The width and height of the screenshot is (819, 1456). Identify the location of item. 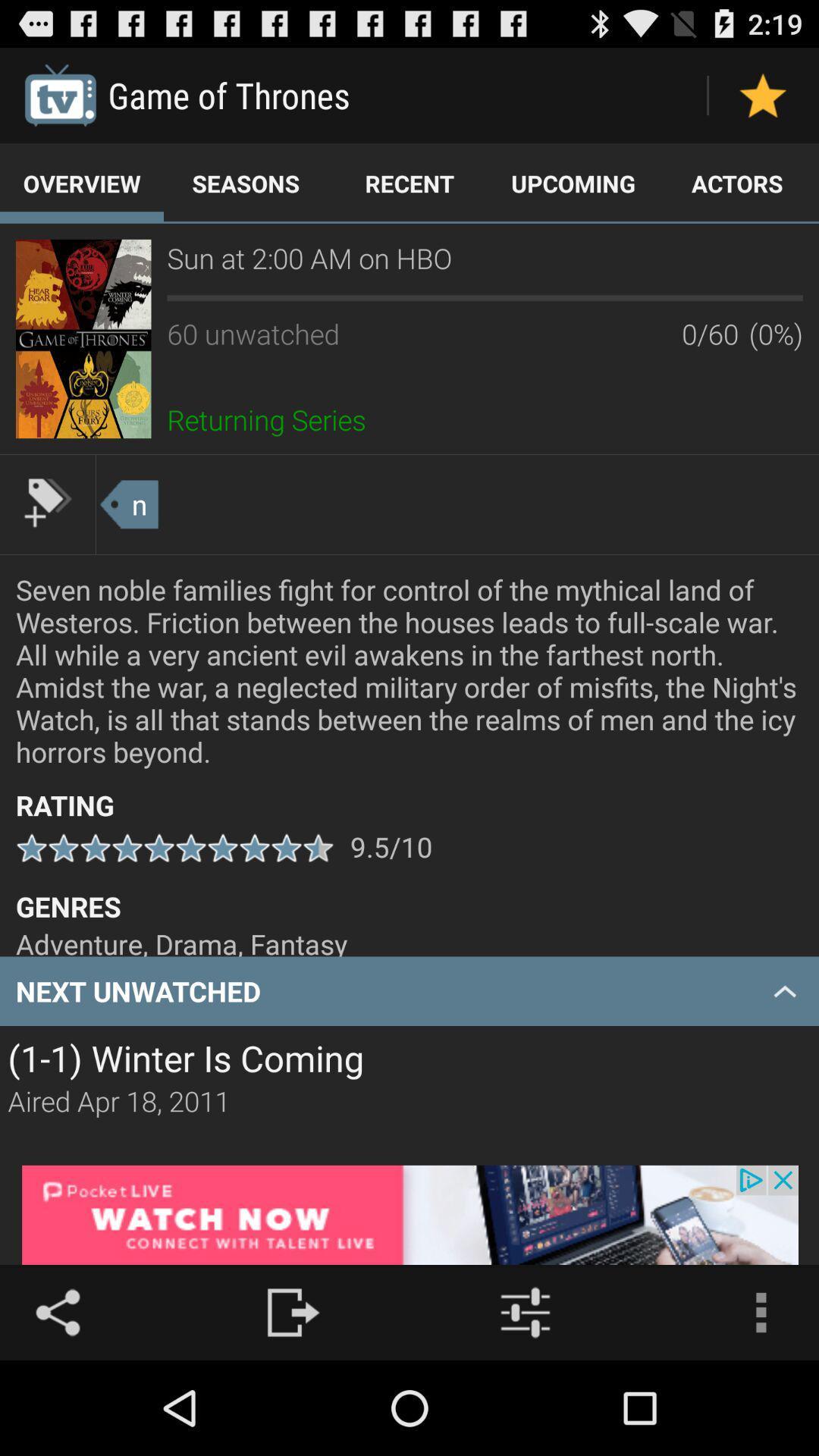
(763, 94).